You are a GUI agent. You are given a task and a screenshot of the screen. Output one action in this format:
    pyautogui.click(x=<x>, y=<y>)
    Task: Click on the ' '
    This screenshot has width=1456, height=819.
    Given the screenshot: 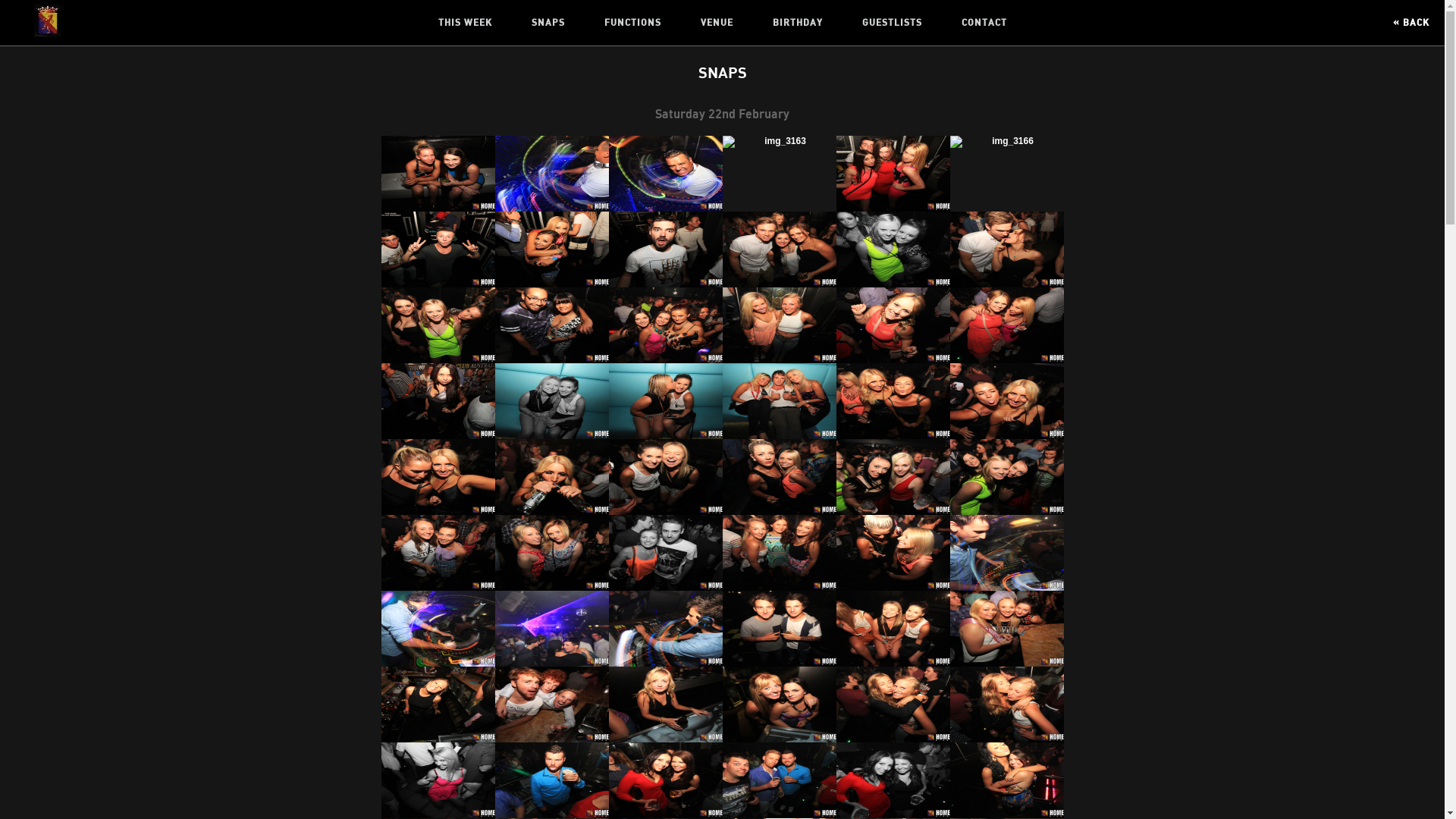 What is the action you would take?
    pyautogui.click(x=779, y=172)
    